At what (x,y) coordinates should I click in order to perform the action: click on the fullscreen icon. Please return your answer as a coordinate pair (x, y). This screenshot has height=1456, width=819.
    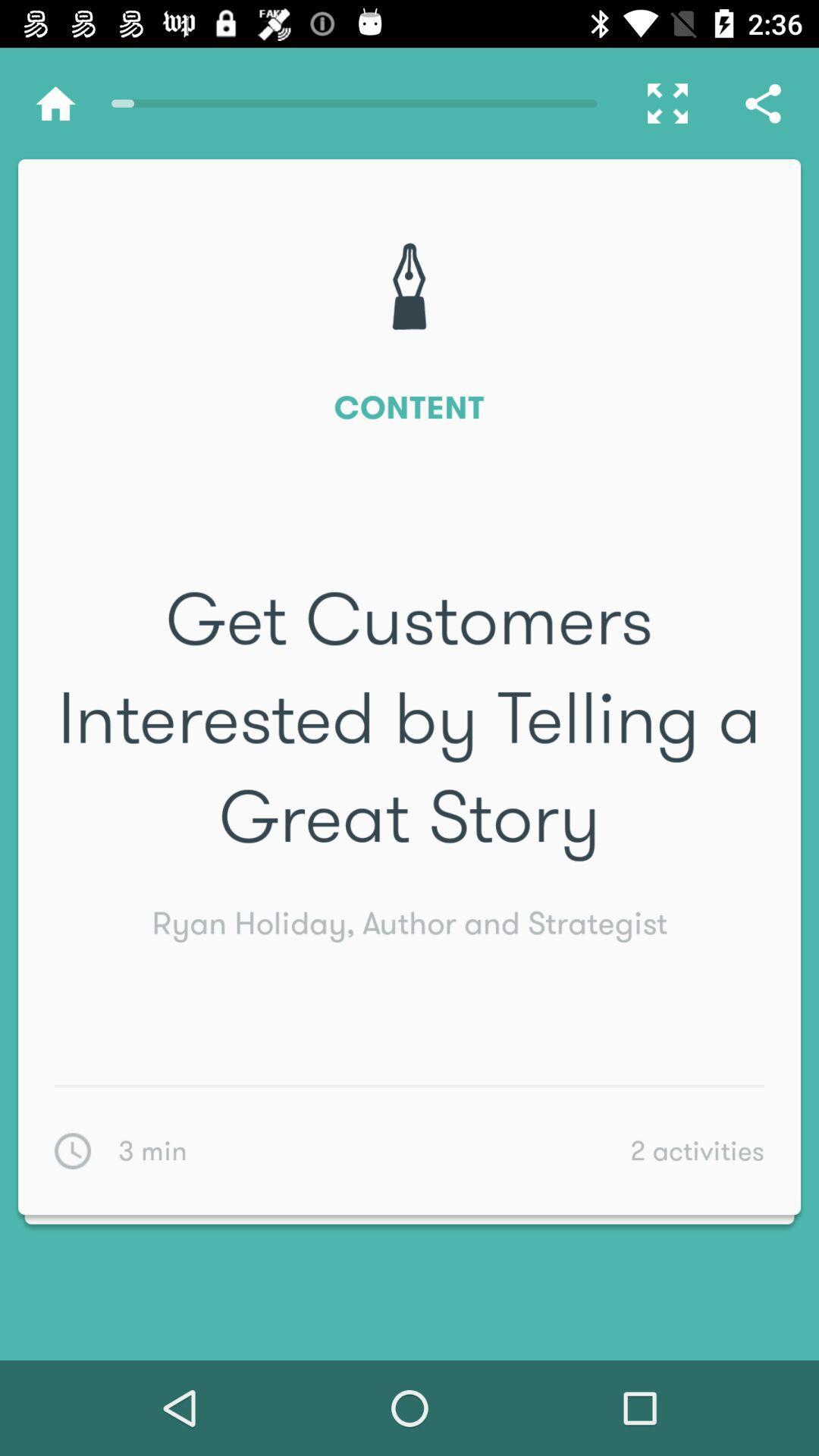
    Looking at the image, I should click on (659, 102).